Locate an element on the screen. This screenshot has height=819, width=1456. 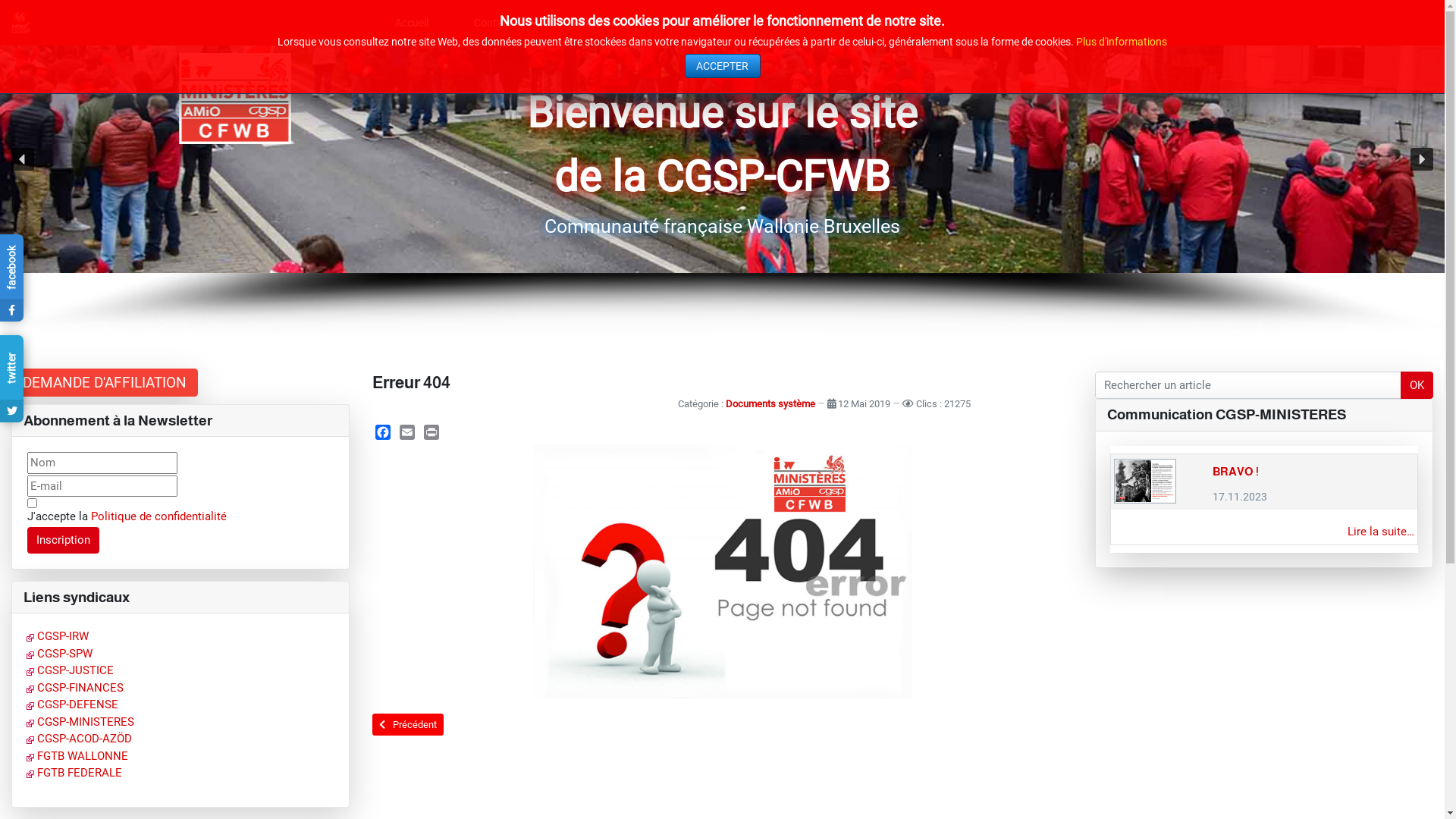
'DEMANDE D'AFFILIATION' is located at coordinates (104, 381).